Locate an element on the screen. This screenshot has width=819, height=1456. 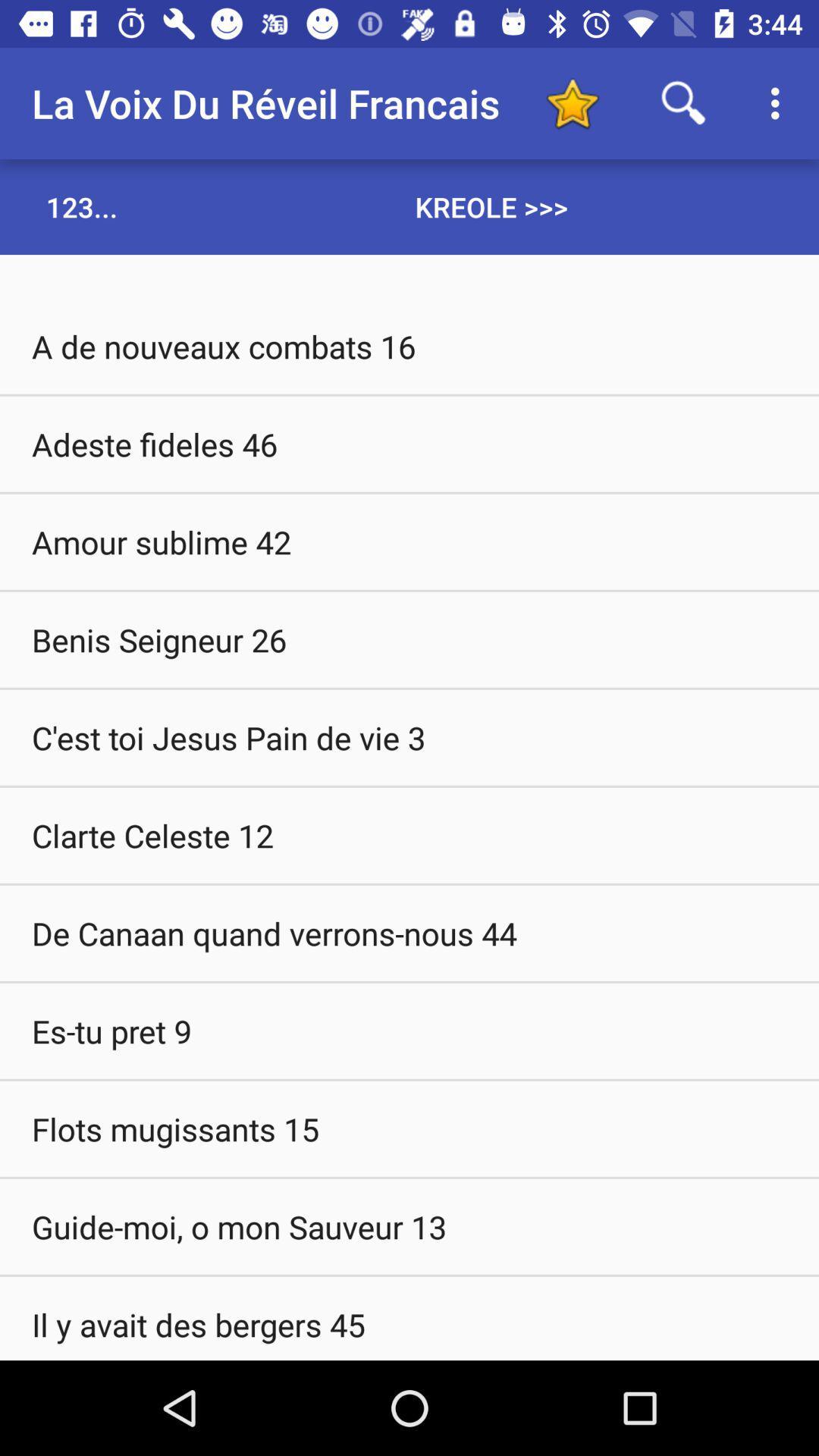
a de nouveaux icon is located at coordinates (409, 345).